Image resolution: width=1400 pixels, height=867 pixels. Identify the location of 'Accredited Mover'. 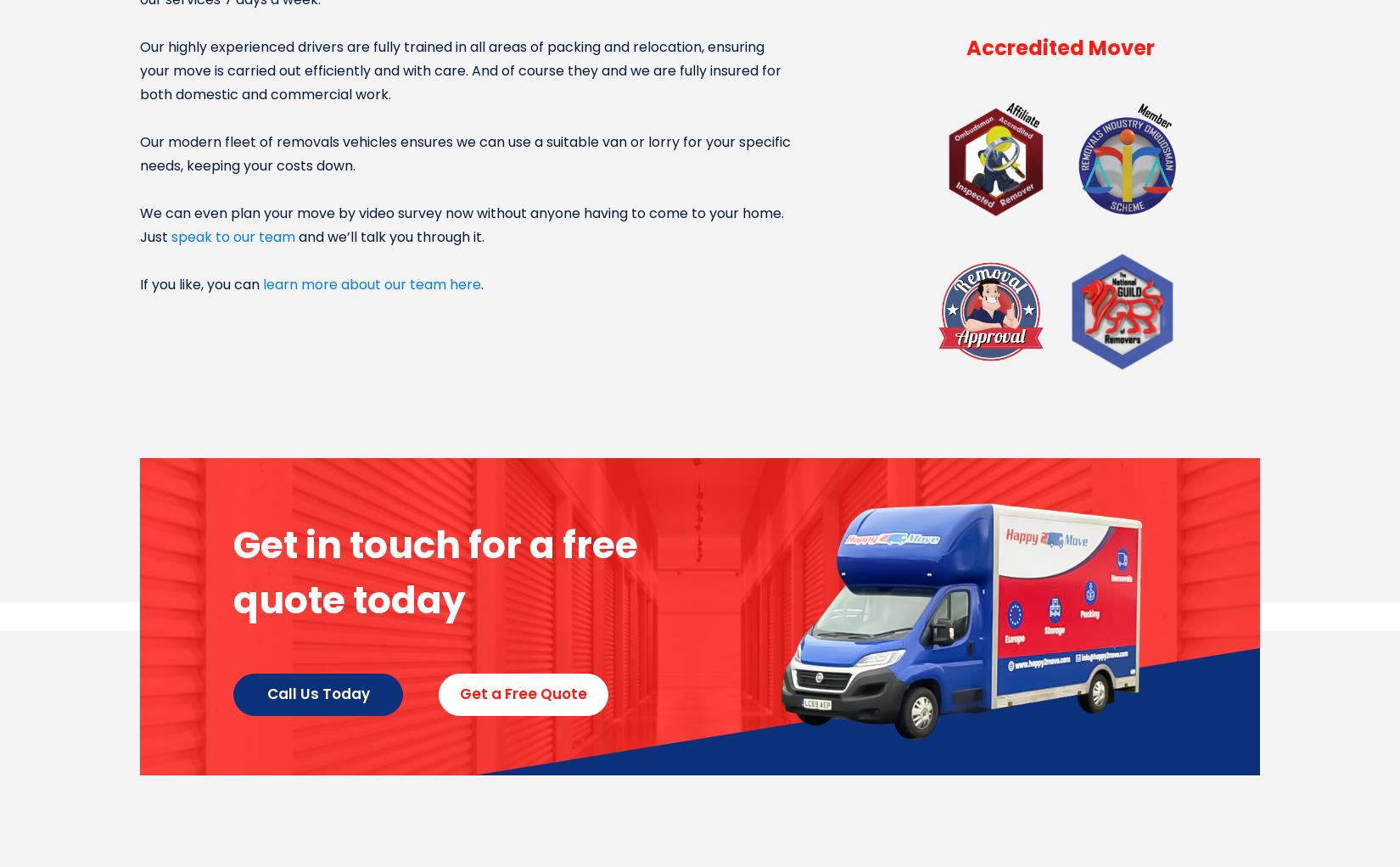
(1060, 48).